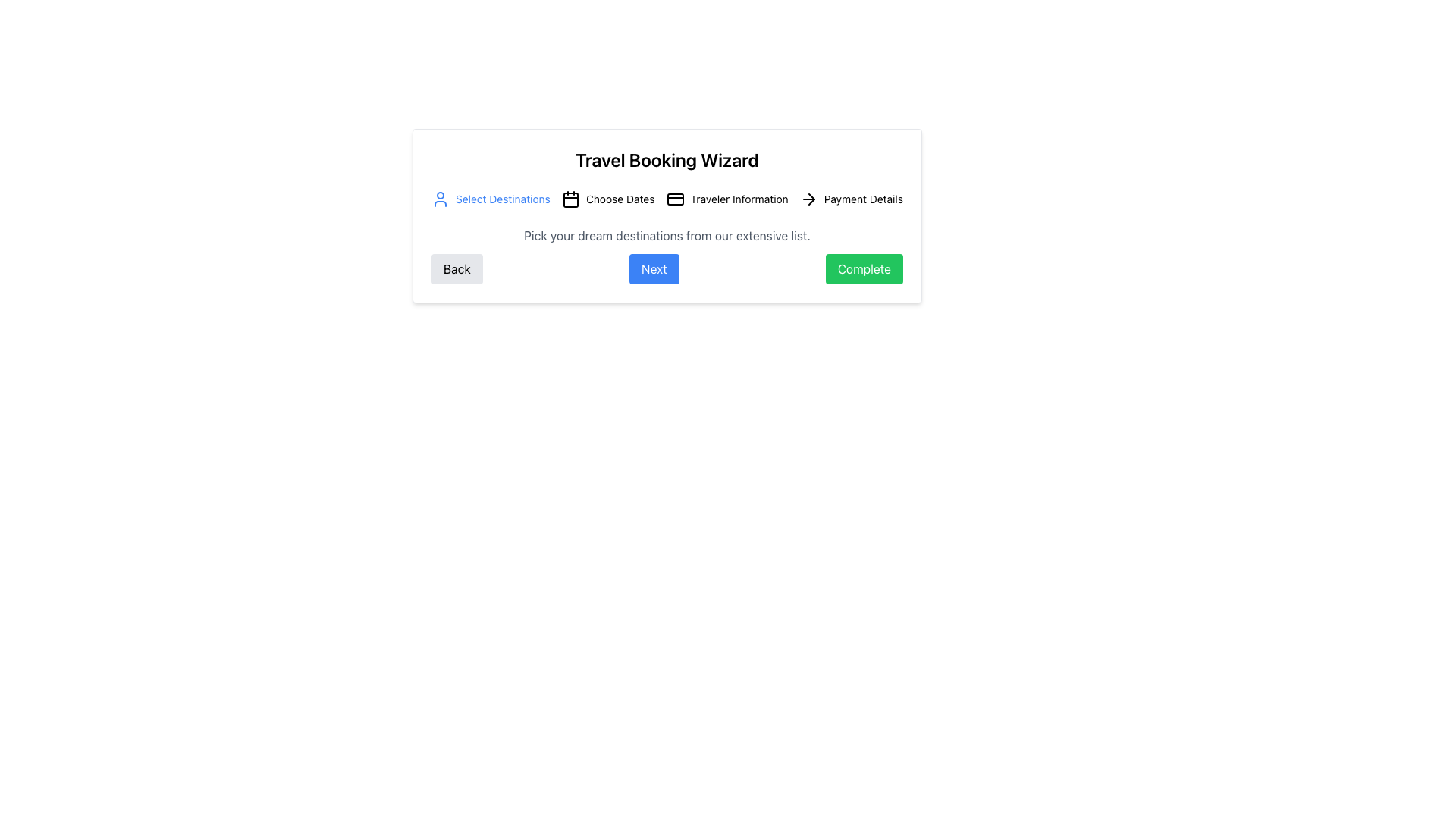  Describe the element at coordinates (667, 236) in the screenshot. I see `the static text block displaying the instruction 'Pick your dream destinations from our extensive list.' which is centrally positioned above the buttons in a wizard-style interface` at that location.